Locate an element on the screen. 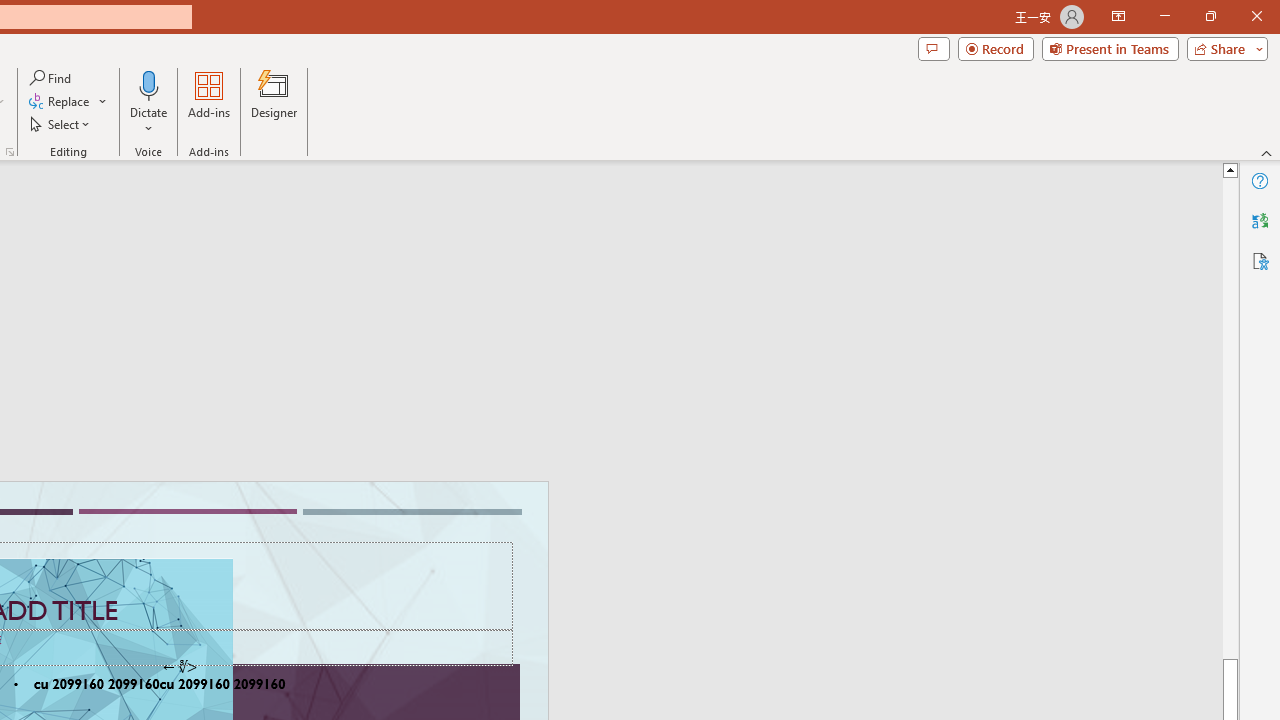  'Designer' is located at coordinates (273, 103).